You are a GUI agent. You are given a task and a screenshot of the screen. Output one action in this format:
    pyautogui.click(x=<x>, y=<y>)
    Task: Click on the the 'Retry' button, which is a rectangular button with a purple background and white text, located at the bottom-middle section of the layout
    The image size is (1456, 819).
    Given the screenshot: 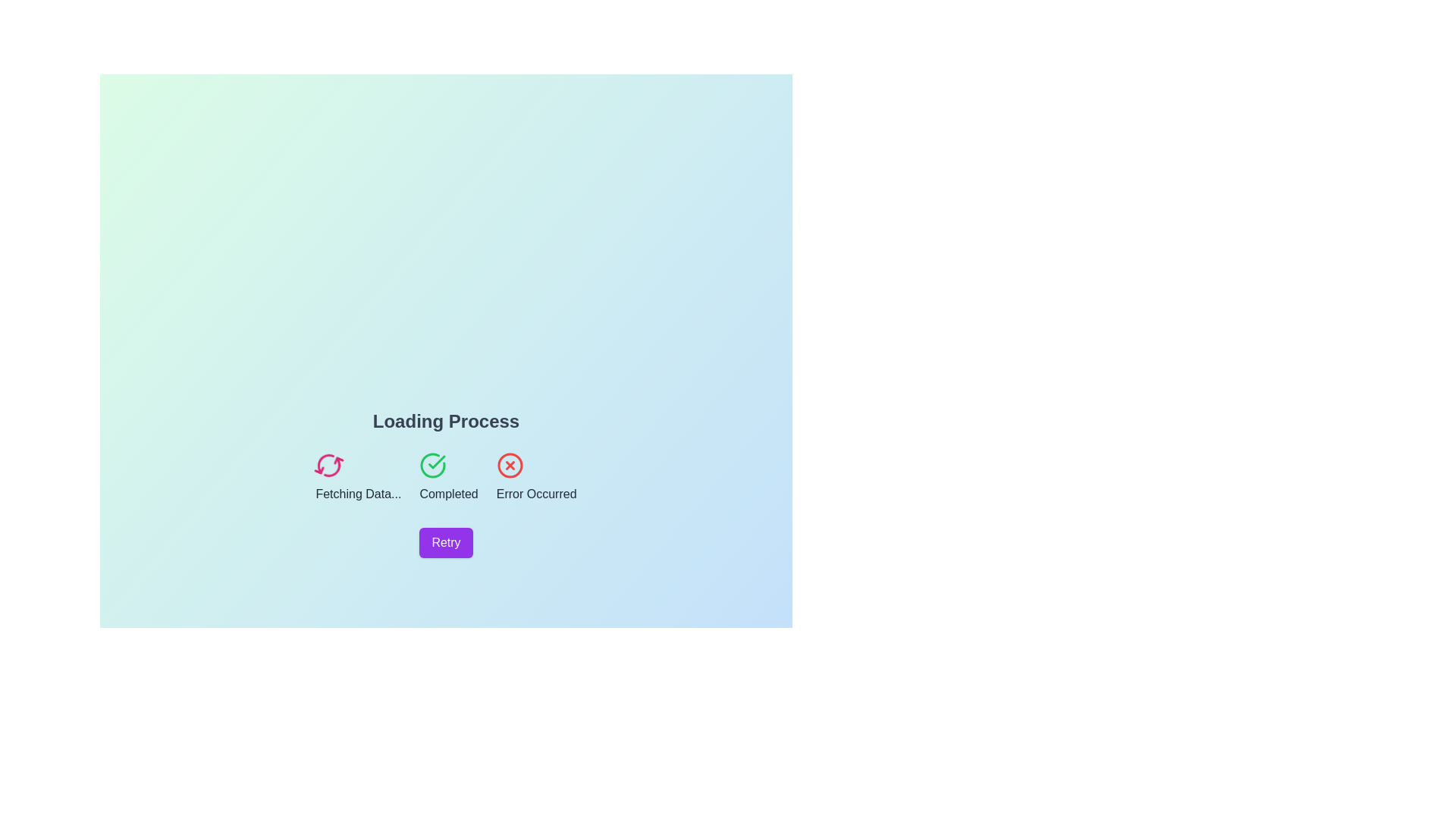 What is the action you would take?
    pyautogui.click(x=445, y=542)
    